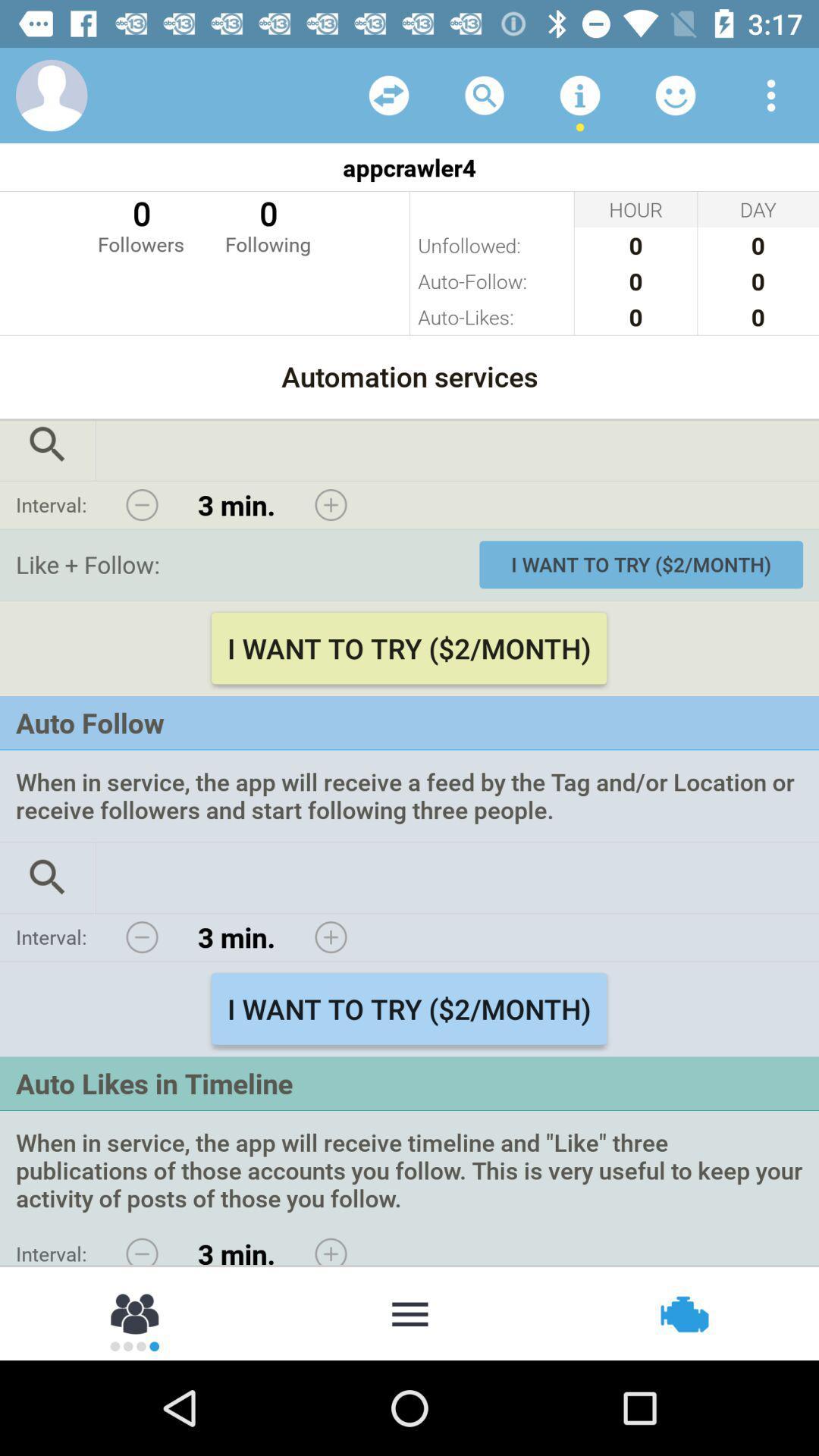  I want to click on icon below appcrawler4, so click(140, 224).